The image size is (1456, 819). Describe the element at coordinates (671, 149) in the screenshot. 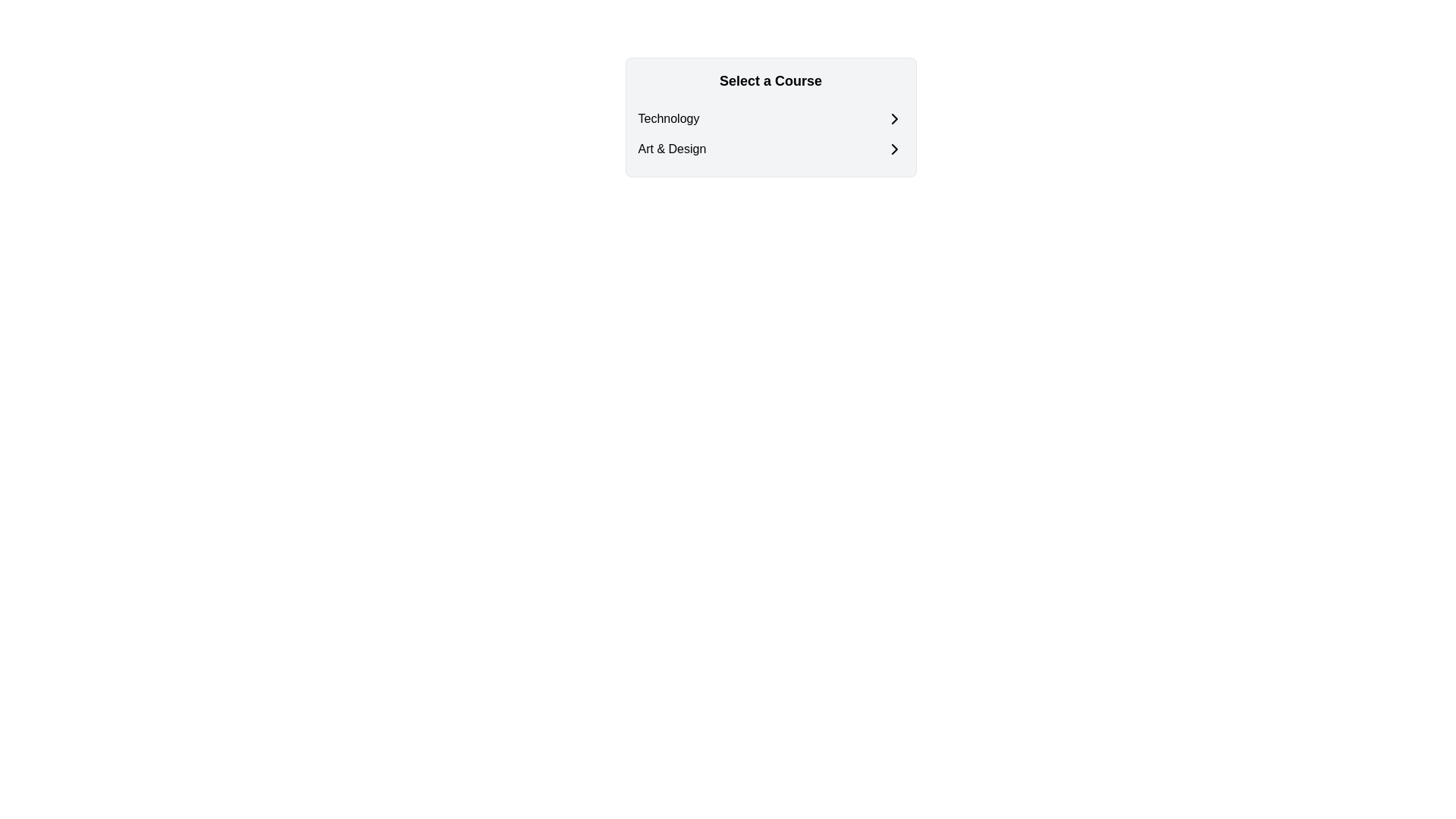

I see `the 'Art & Design' text label located` at that location.